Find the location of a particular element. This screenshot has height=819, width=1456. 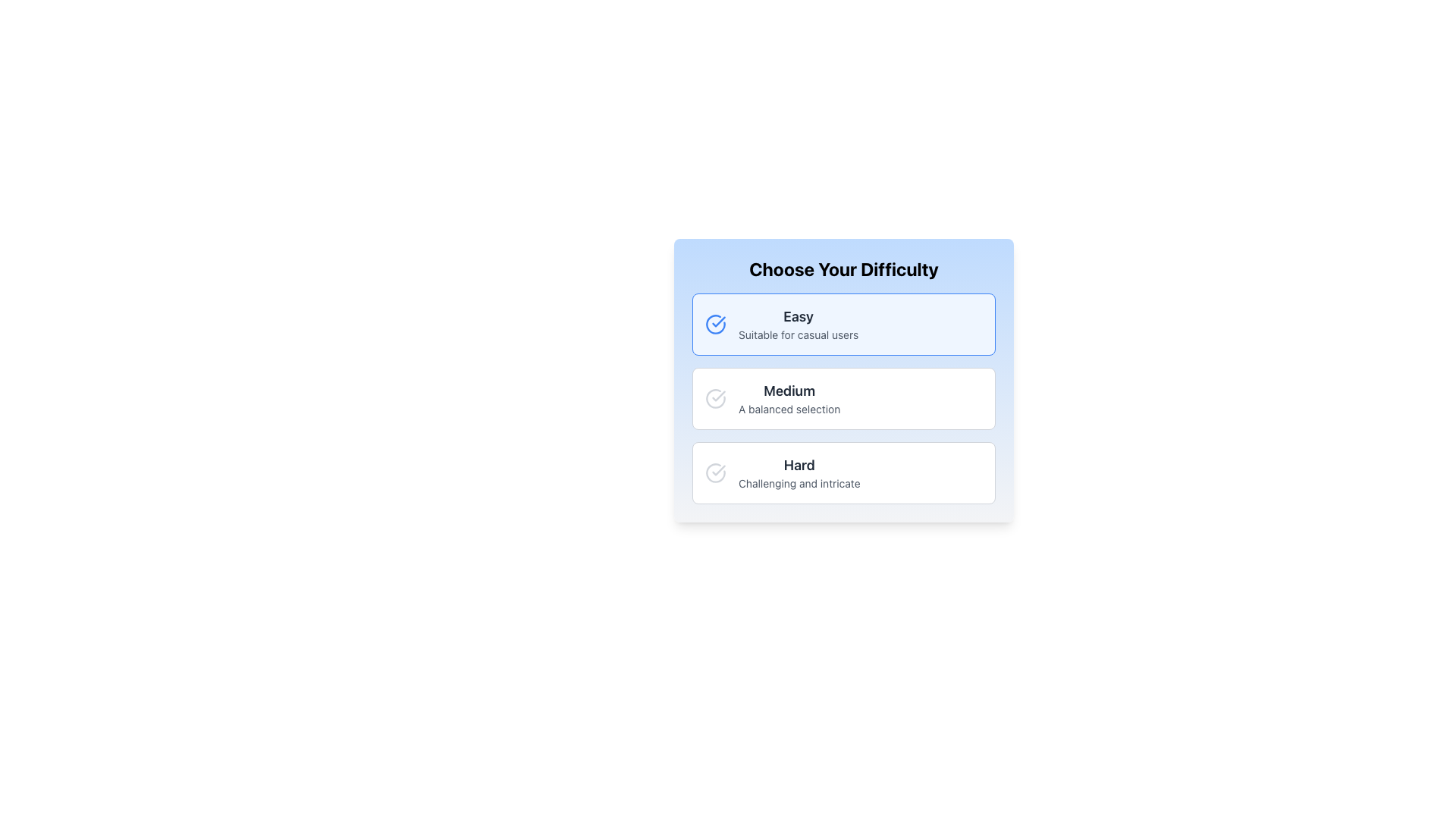

the selectable option for medium difficulty level located between the 'Easy' and 'Hard' options, which is part of a grouped selection for choosing a difficulty level is located at coordinates (843, 379).